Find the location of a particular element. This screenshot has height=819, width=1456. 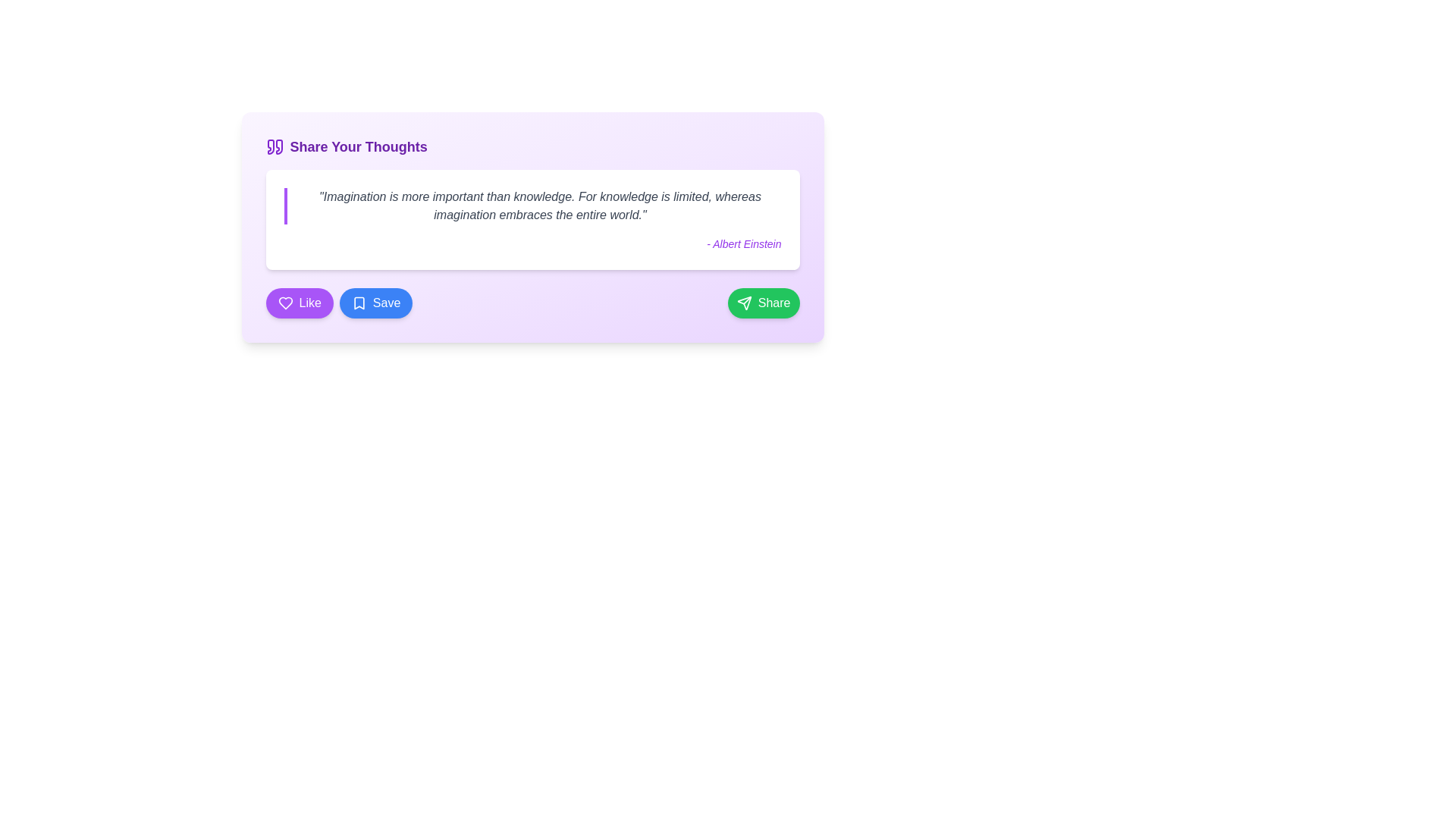

the share button located on the far-right side of the button group, which includes 'Like' on the left and 'Save' in the center is located at coordinates (764, 303).